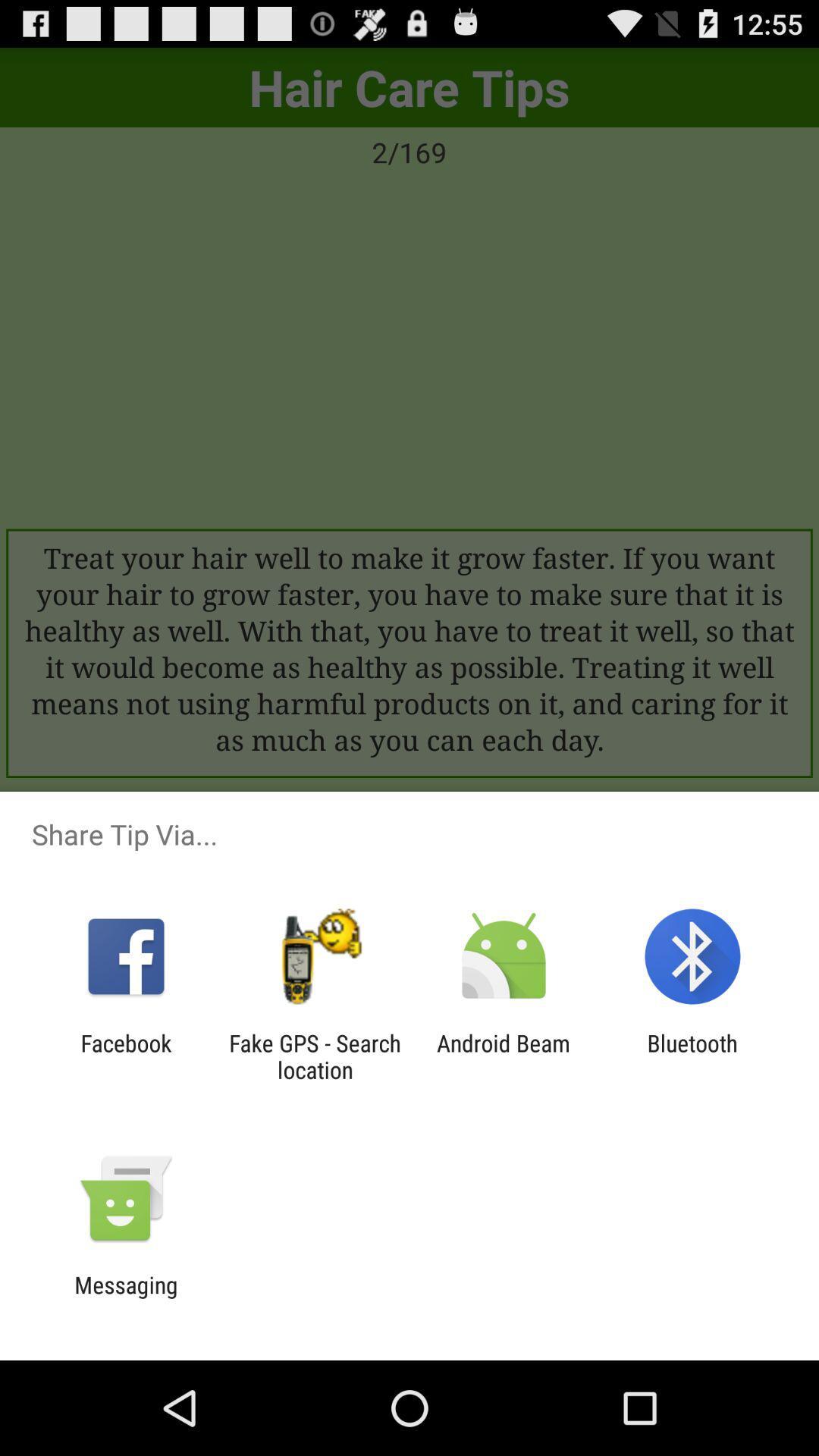  Describe the element at coordinates (504, 1056) in the screenshot. I see `app to the left of bluetooth item` at that location.